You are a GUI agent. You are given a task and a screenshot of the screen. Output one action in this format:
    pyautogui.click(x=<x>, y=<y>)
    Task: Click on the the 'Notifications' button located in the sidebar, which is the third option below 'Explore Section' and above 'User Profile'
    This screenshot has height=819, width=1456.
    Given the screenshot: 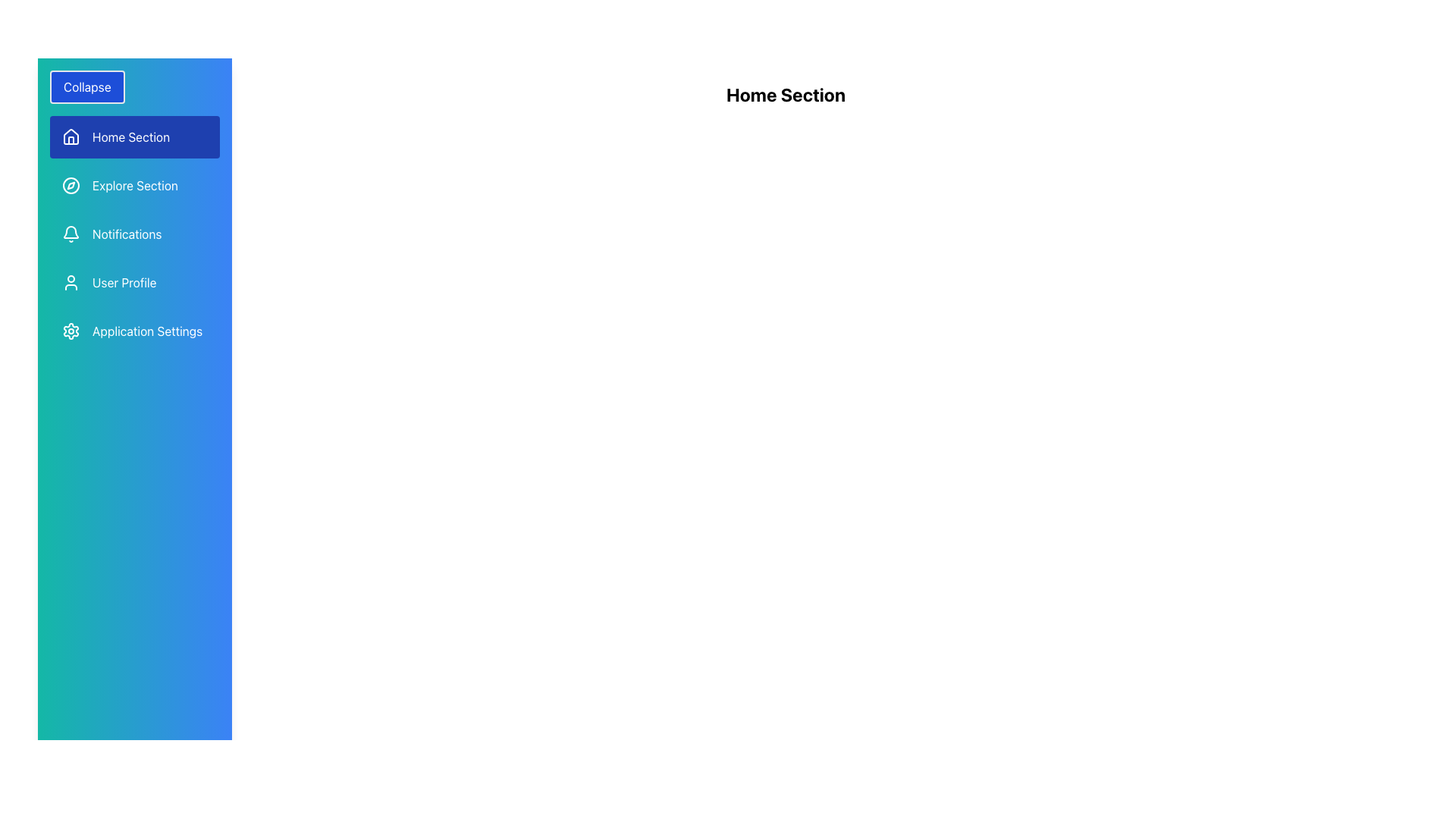 What is the action you would take?
    pyautogui.click(x=134, y=234)
    